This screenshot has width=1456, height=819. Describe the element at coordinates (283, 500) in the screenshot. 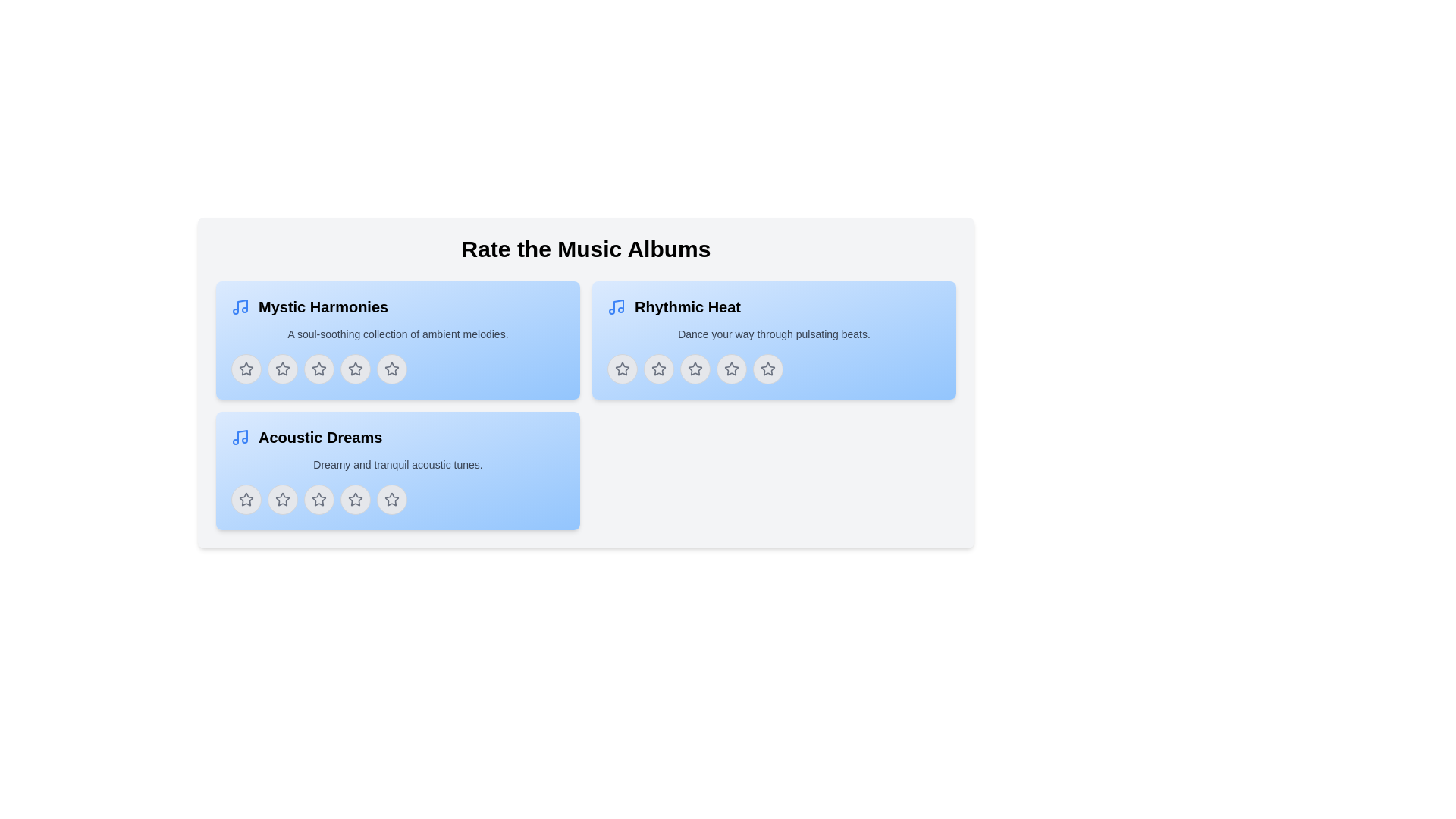

I see `the second star icon in the rating section for the music album 'Acoustic Dreams' to indicate a rating of 2 out of 5` at that location.